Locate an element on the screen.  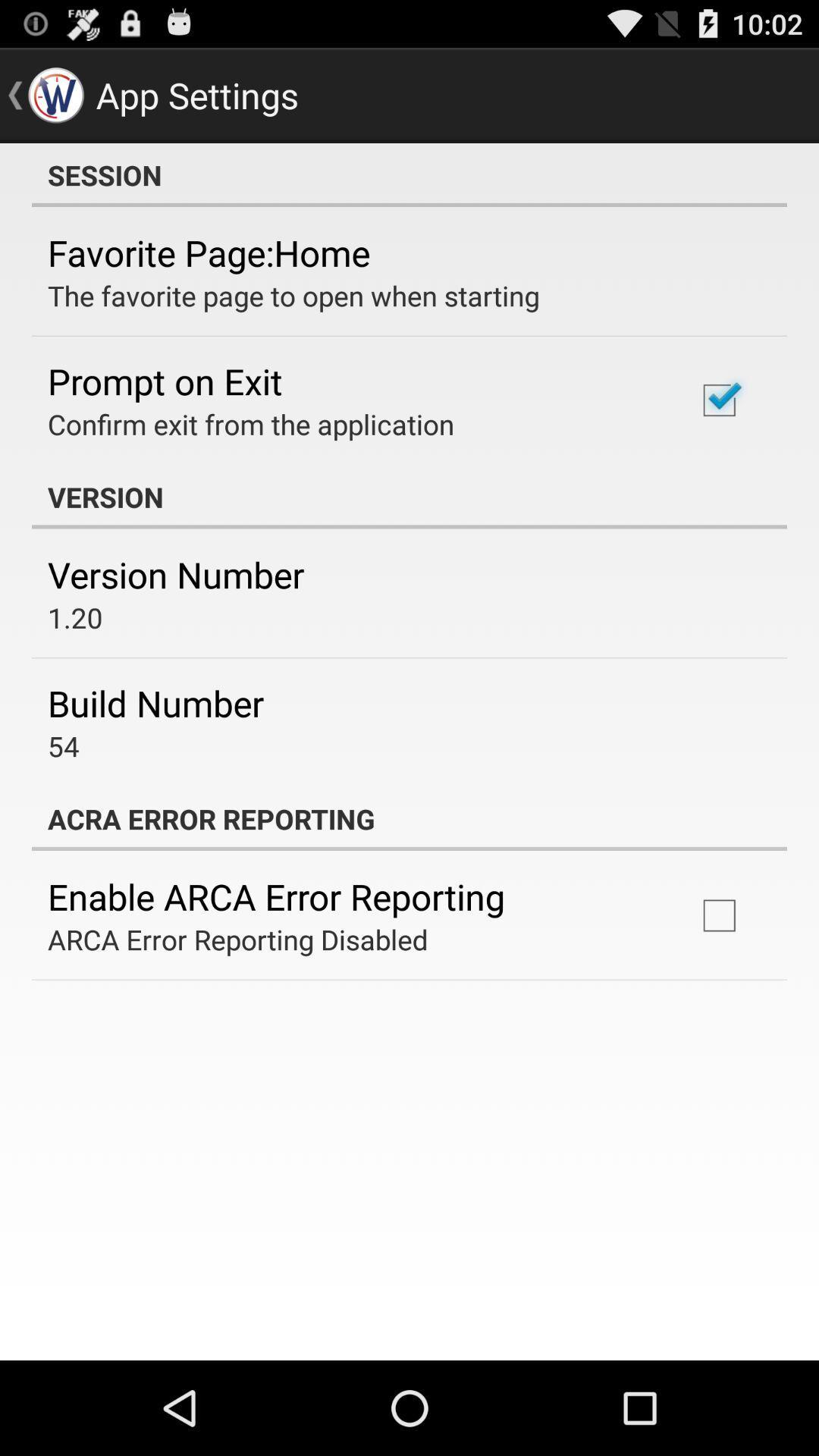
item above 1.20 icon is located at coordinates (175, 573).